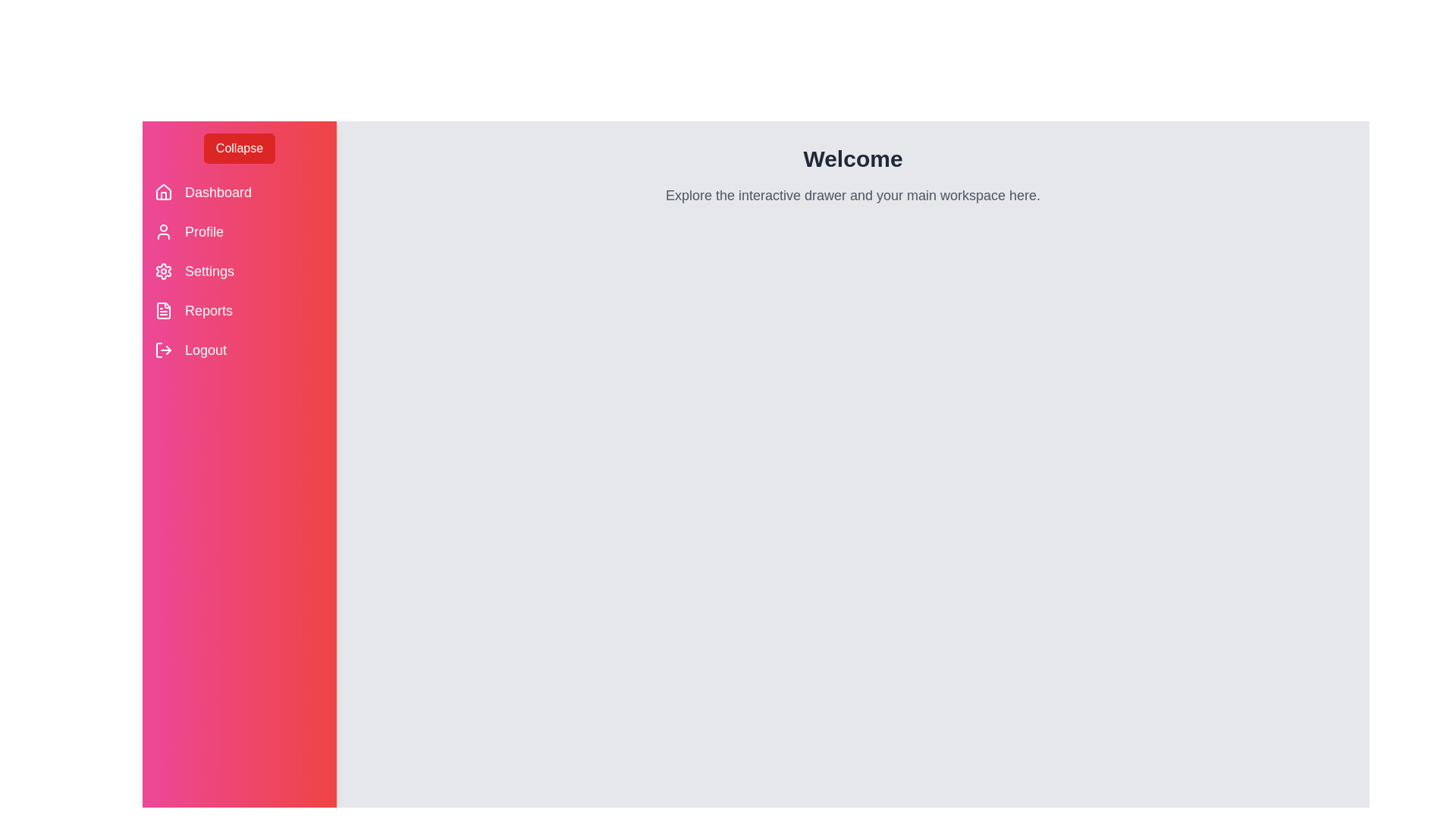 The width and height of the screenshot is (1456, 819). I want to click on the 'Reports' menu item to navigate to the reports section, so click(207, 309).